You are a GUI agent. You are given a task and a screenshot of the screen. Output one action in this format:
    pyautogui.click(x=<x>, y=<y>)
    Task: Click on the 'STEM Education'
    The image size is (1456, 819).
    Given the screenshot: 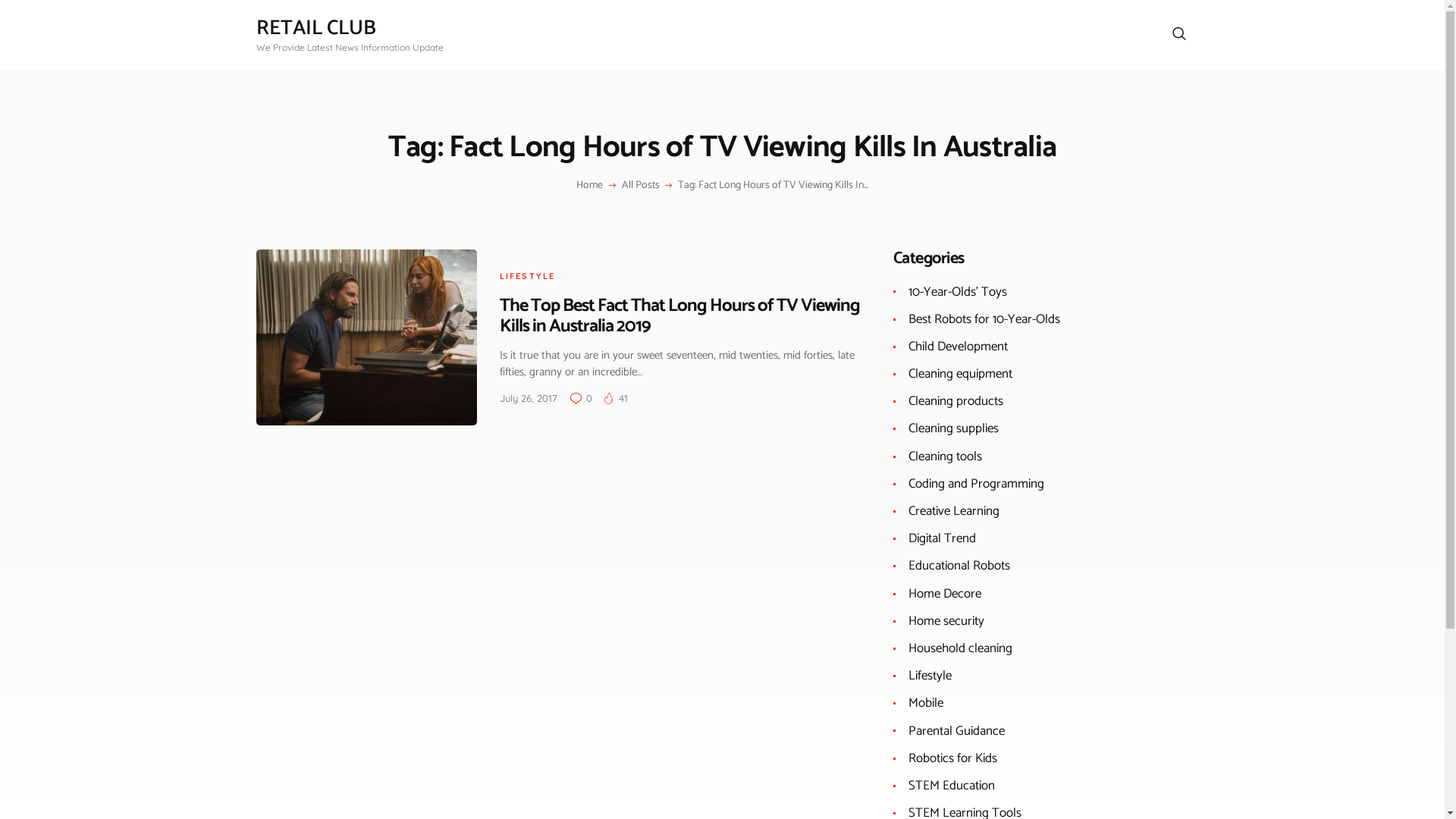 What is the action you would take?
    pyautogui.click(x=950, y=785)
    